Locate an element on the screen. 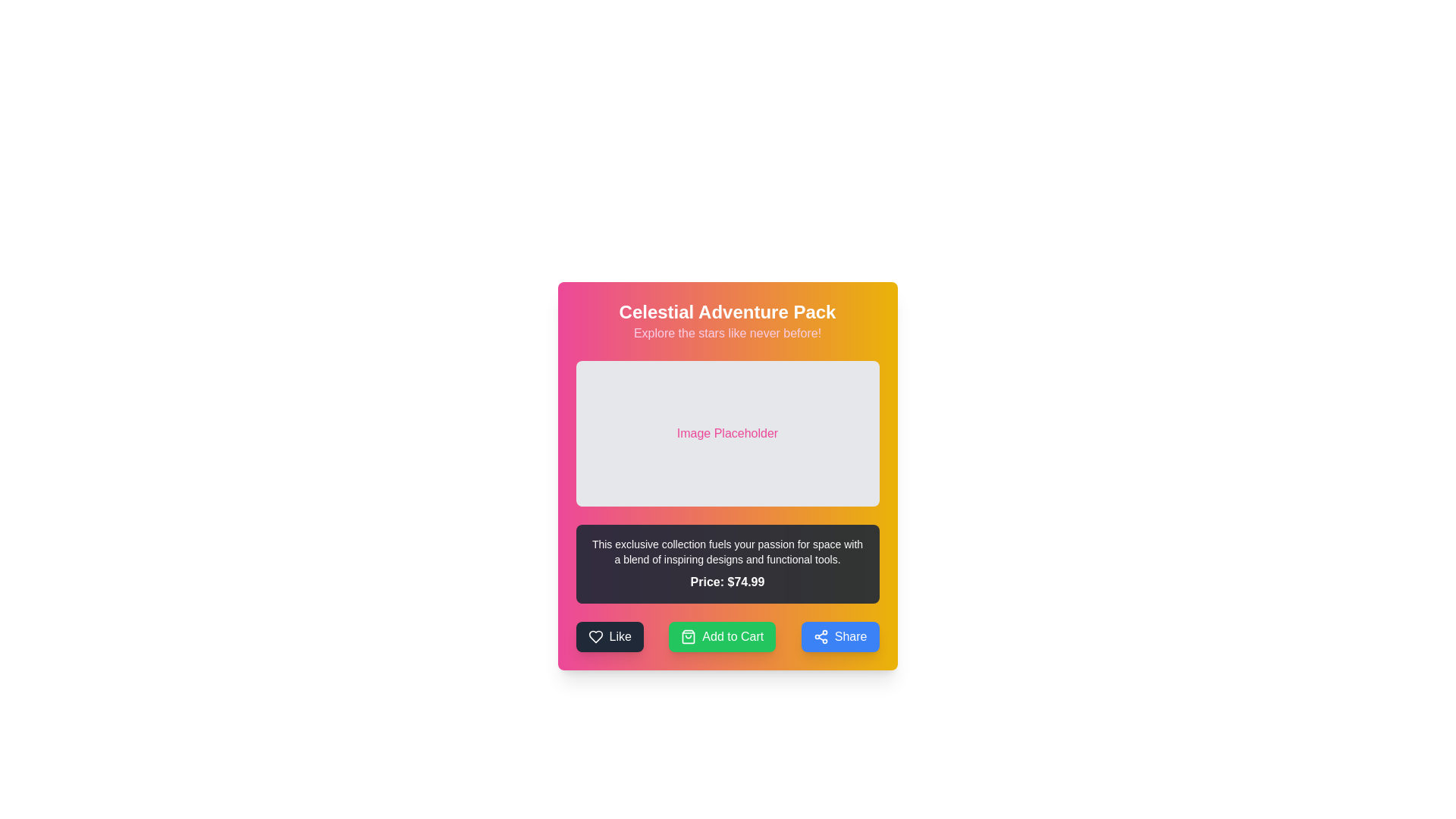 This screenshot has width=1456, height=819. the price display text label located at the bottom-center of the product details card is located at coordinates (726, 581).